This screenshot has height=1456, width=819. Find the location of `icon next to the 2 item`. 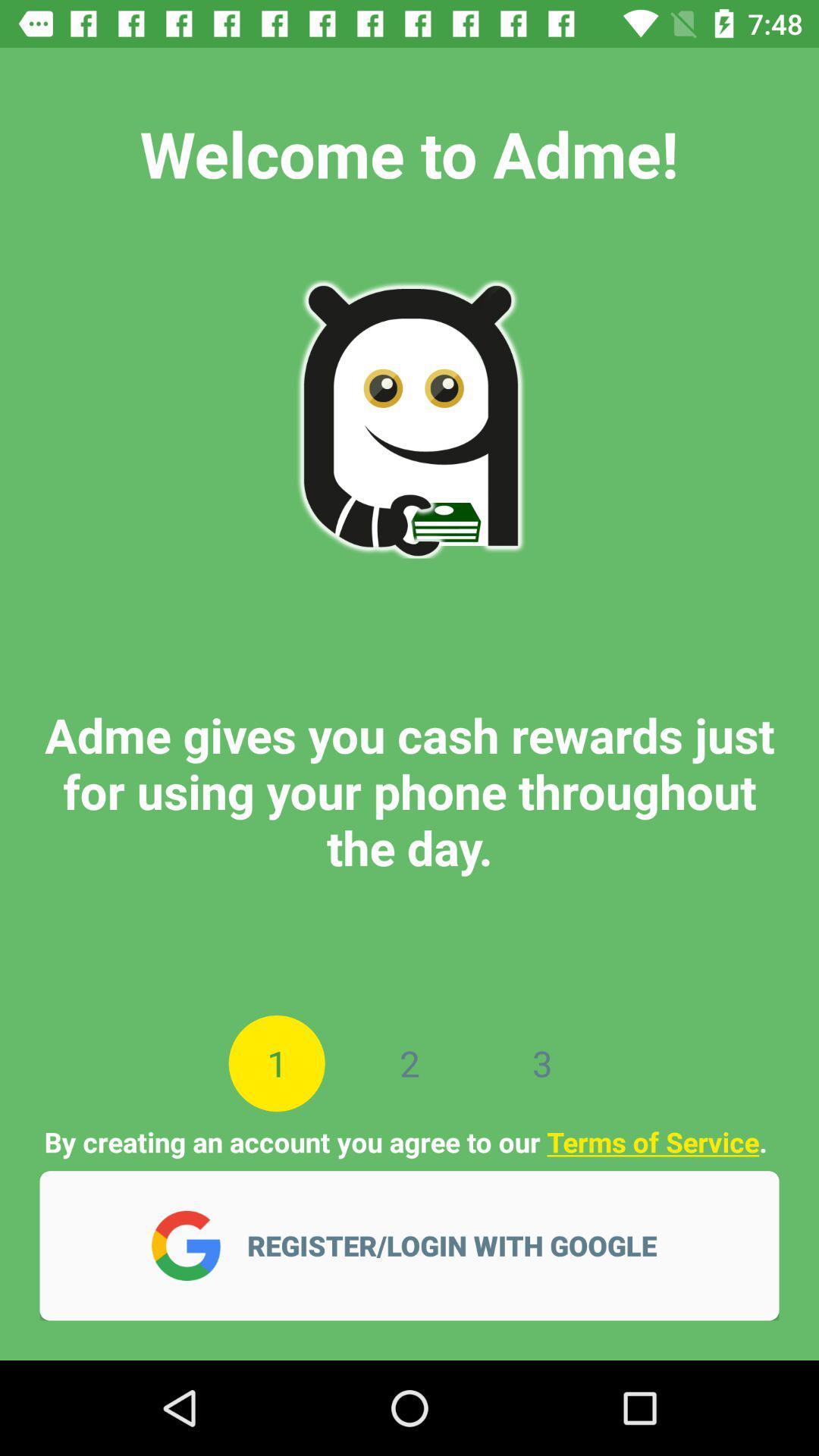

icon next to the 2 item is located at coordinates (277, 1062).